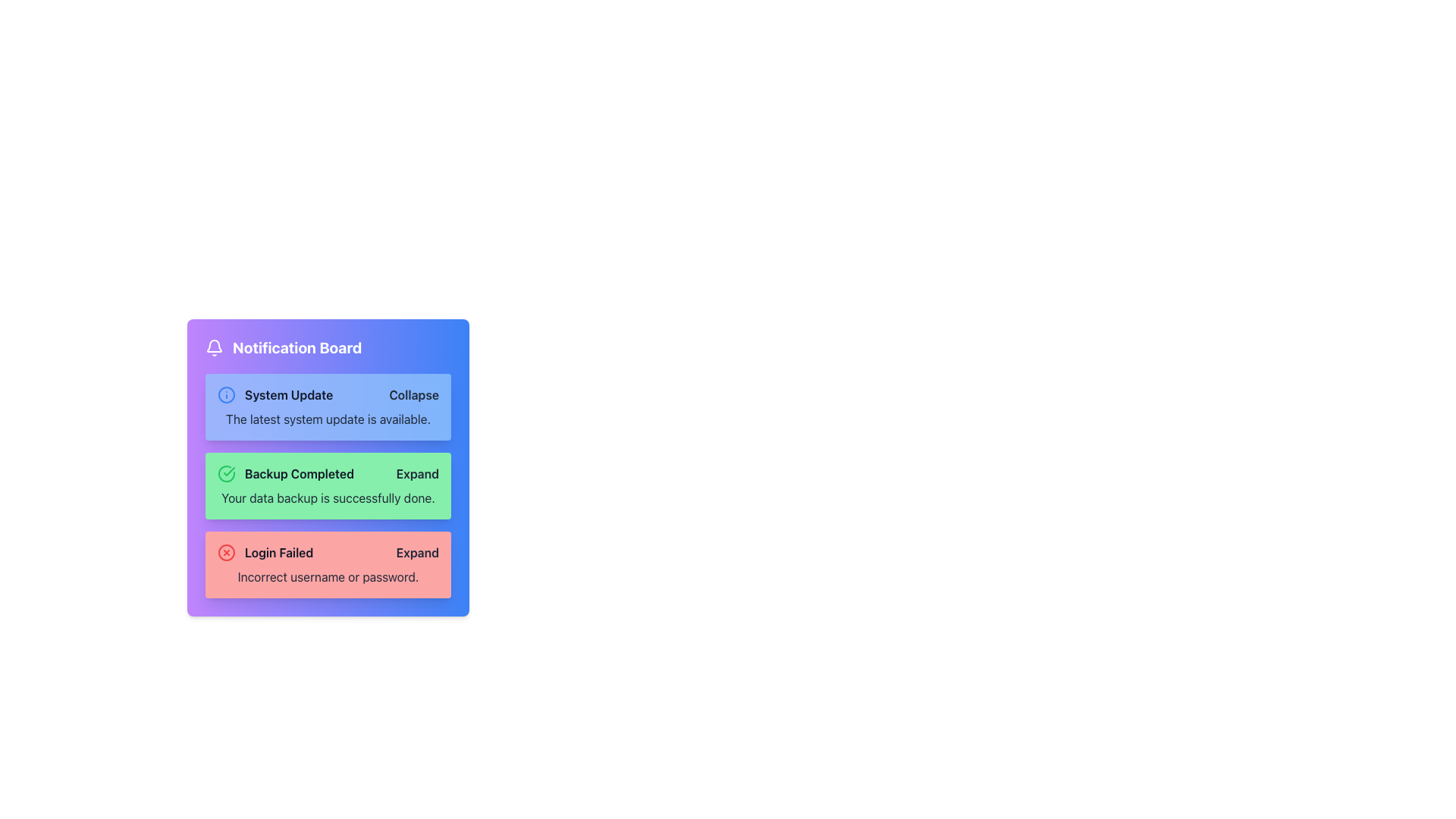 The width and height of the screenshot is (1456, 819). Describe the element at coordinates (327, 497) in the screenshot. I see `message displayed in the gray text label that says 'Your data backup is successfully done.' located within the green notification card titled 'Backup Completed.'` at that location.